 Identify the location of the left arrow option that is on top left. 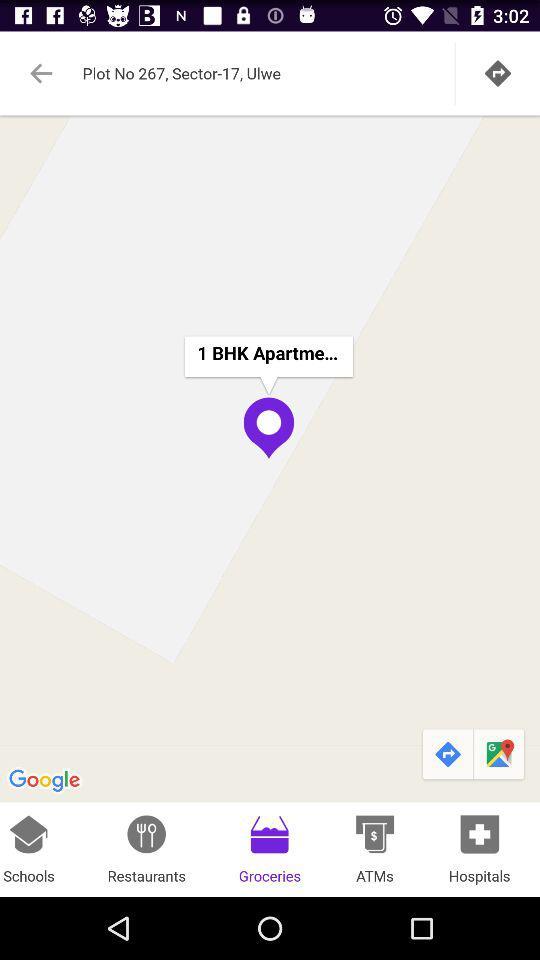
(42, 73).